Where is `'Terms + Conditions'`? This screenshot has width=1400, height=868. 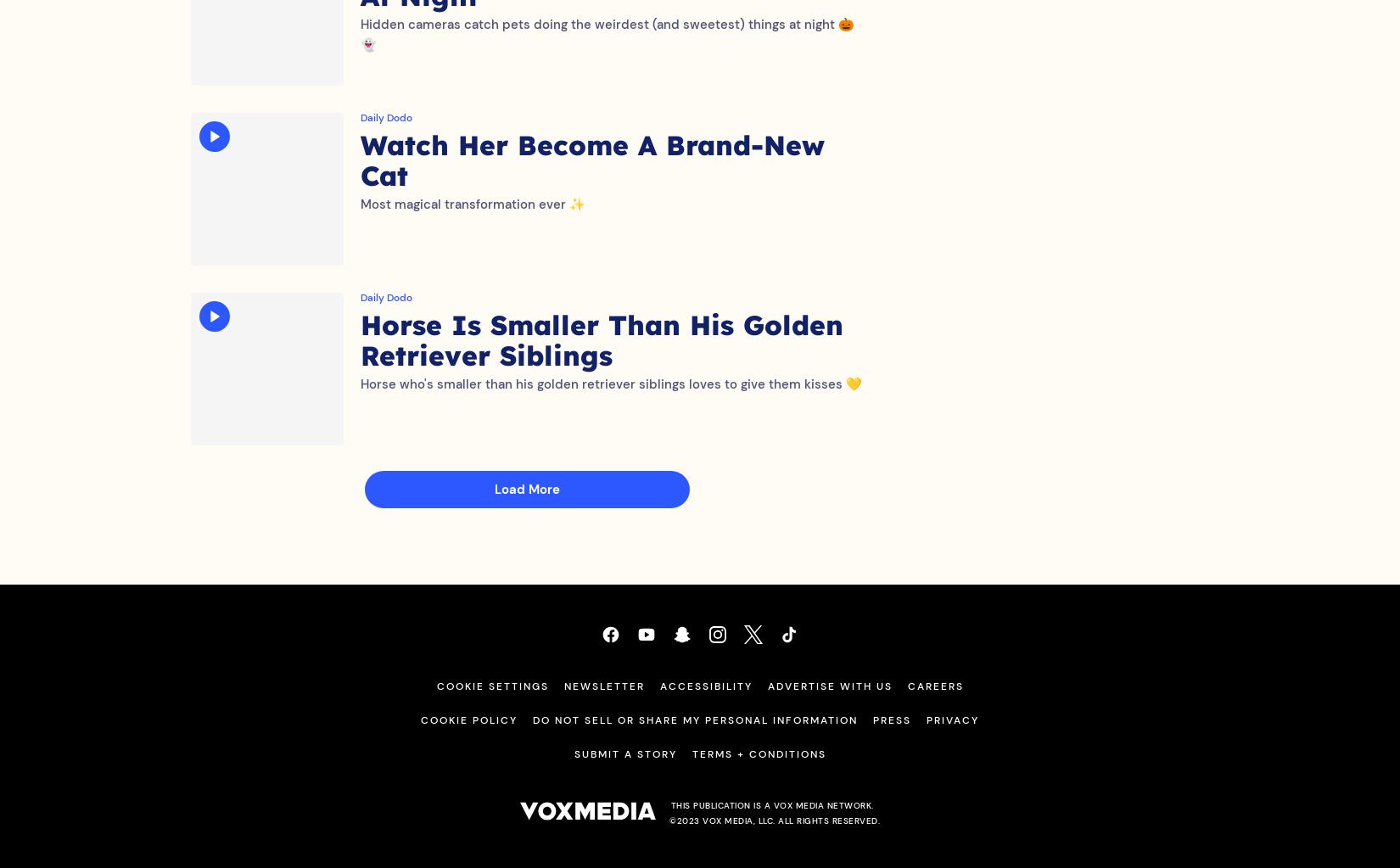
'Terms + Conditions' is located at coordinates (690, 770).